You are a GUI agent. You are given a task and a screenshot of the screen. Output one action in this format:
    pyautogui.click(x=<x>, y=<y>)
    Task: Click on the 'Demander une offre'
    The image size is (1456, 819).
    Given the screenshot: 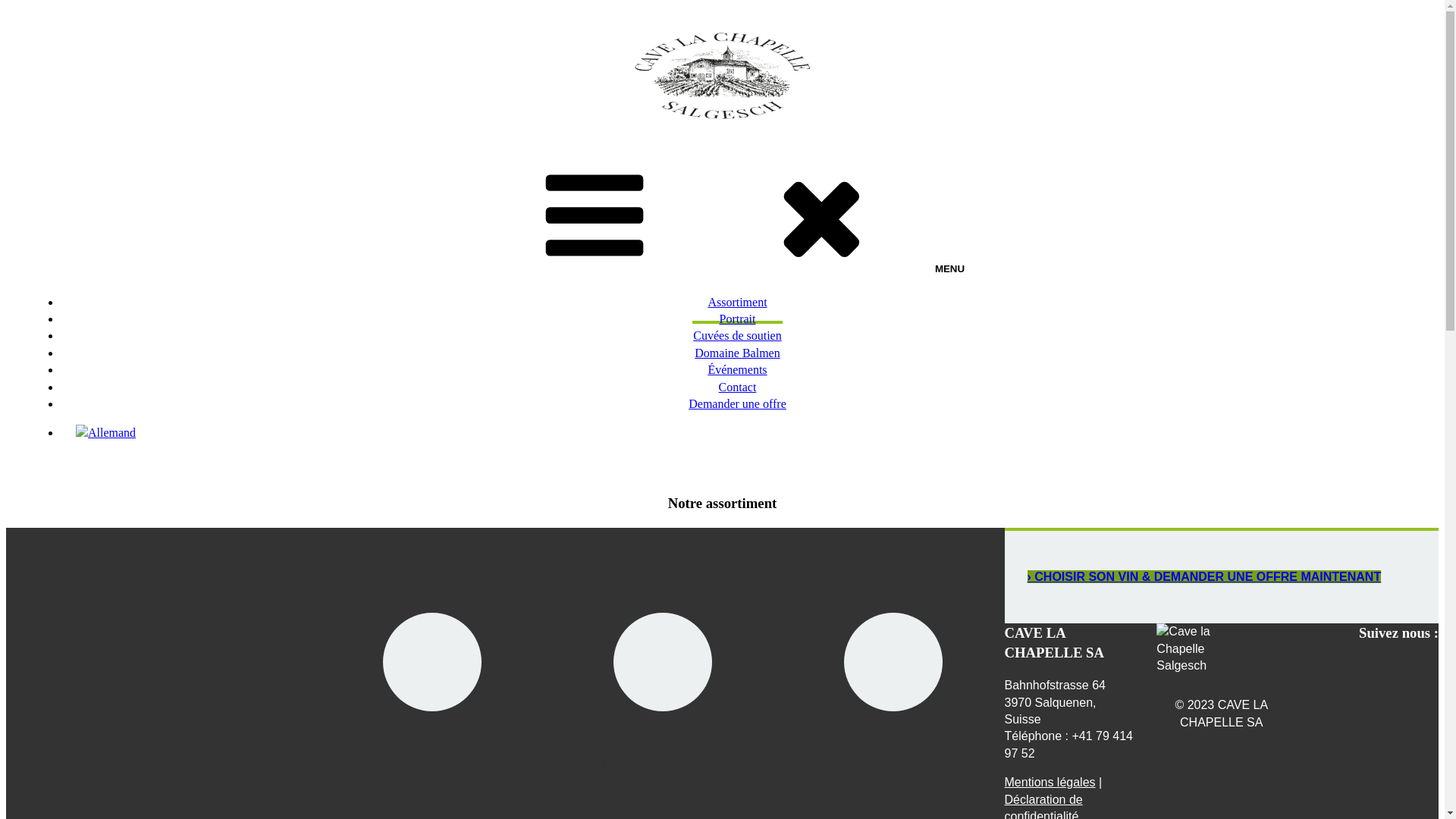 What is the action you would take?
    pyautogui.click(x=673, y=404)
    